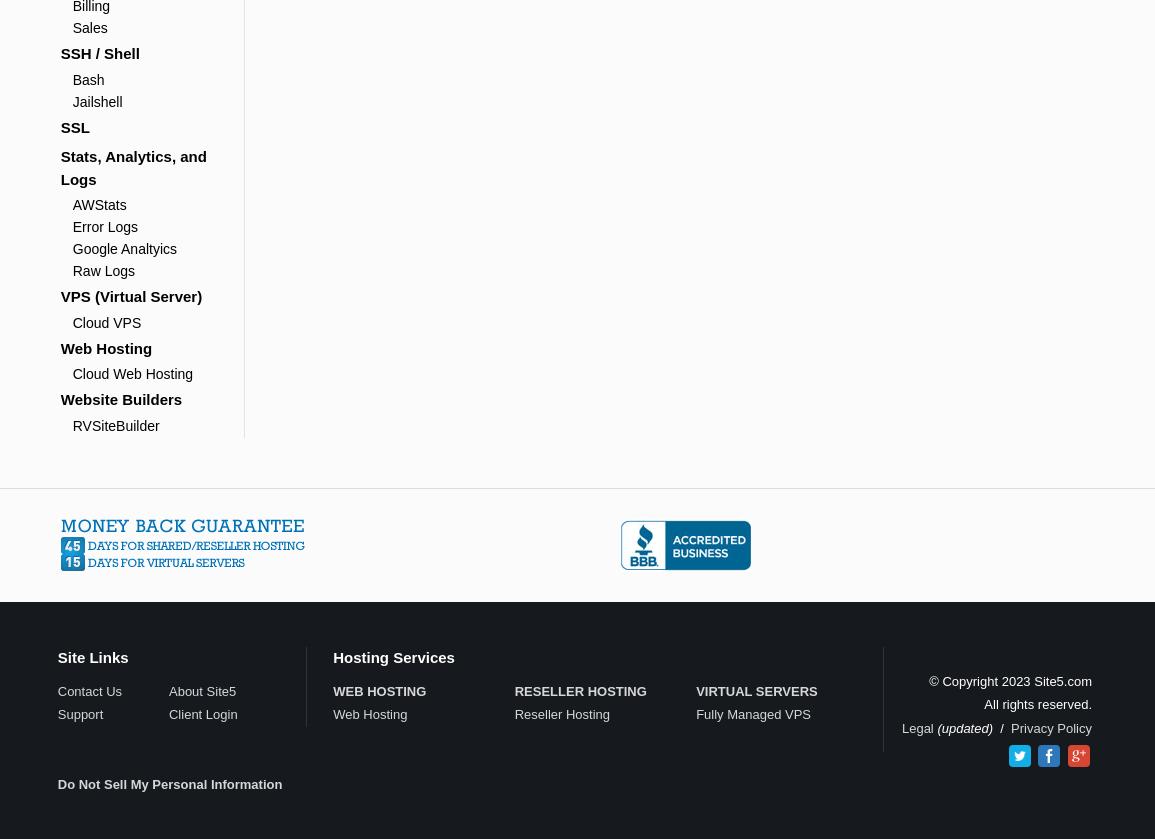 The width and height of the screenshot is (1155, 839). I want to click on 'Privacy Policy', so click(1050, 726).